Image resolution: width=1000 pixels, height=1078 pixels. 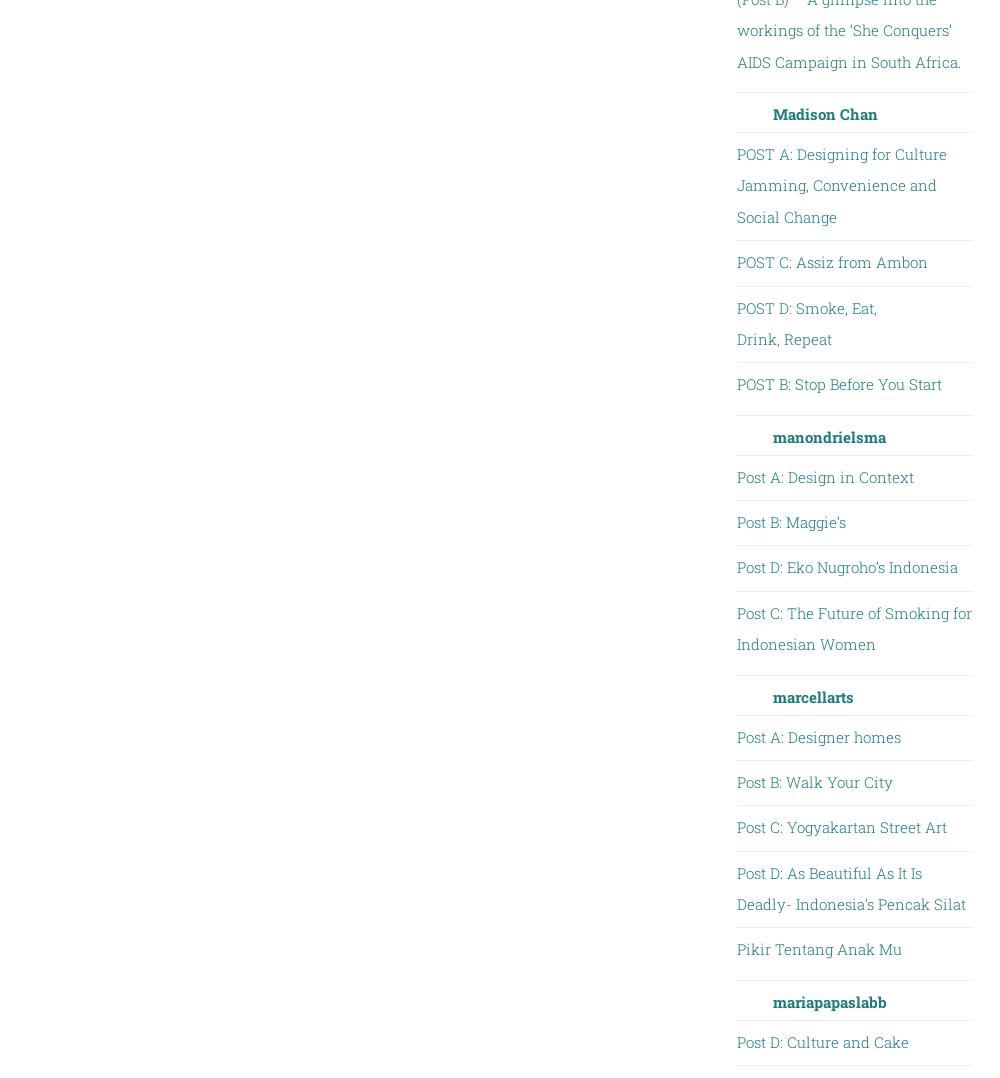 What do you see at coordinates (735, 566) in the screenshot?
I see `'Post D: Eko Nugroho’s Indonesia'` at bounding box center [735, 566].